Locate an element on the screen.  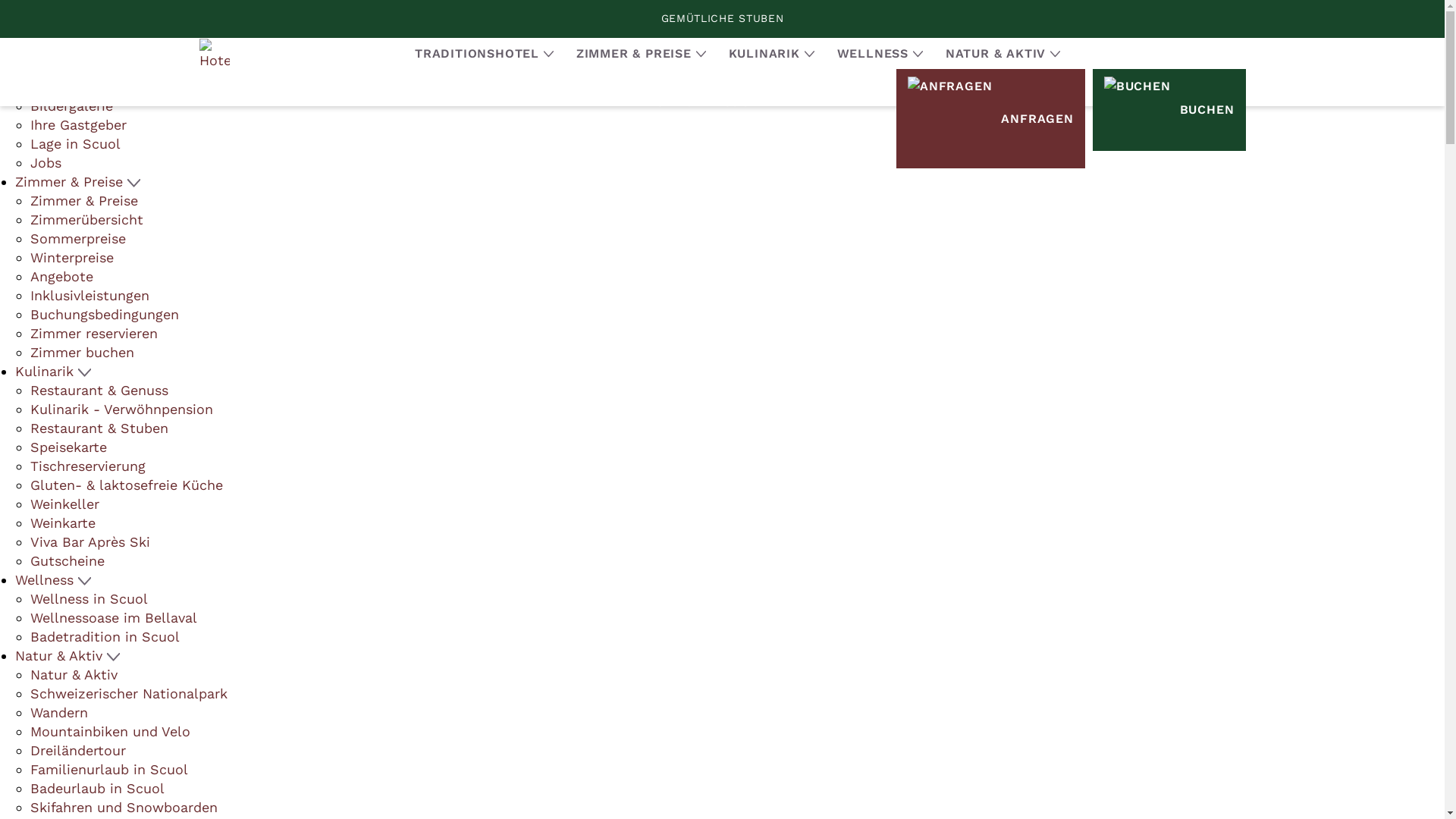
'Wellness in Scuol' is located at coordinates (88, 598).